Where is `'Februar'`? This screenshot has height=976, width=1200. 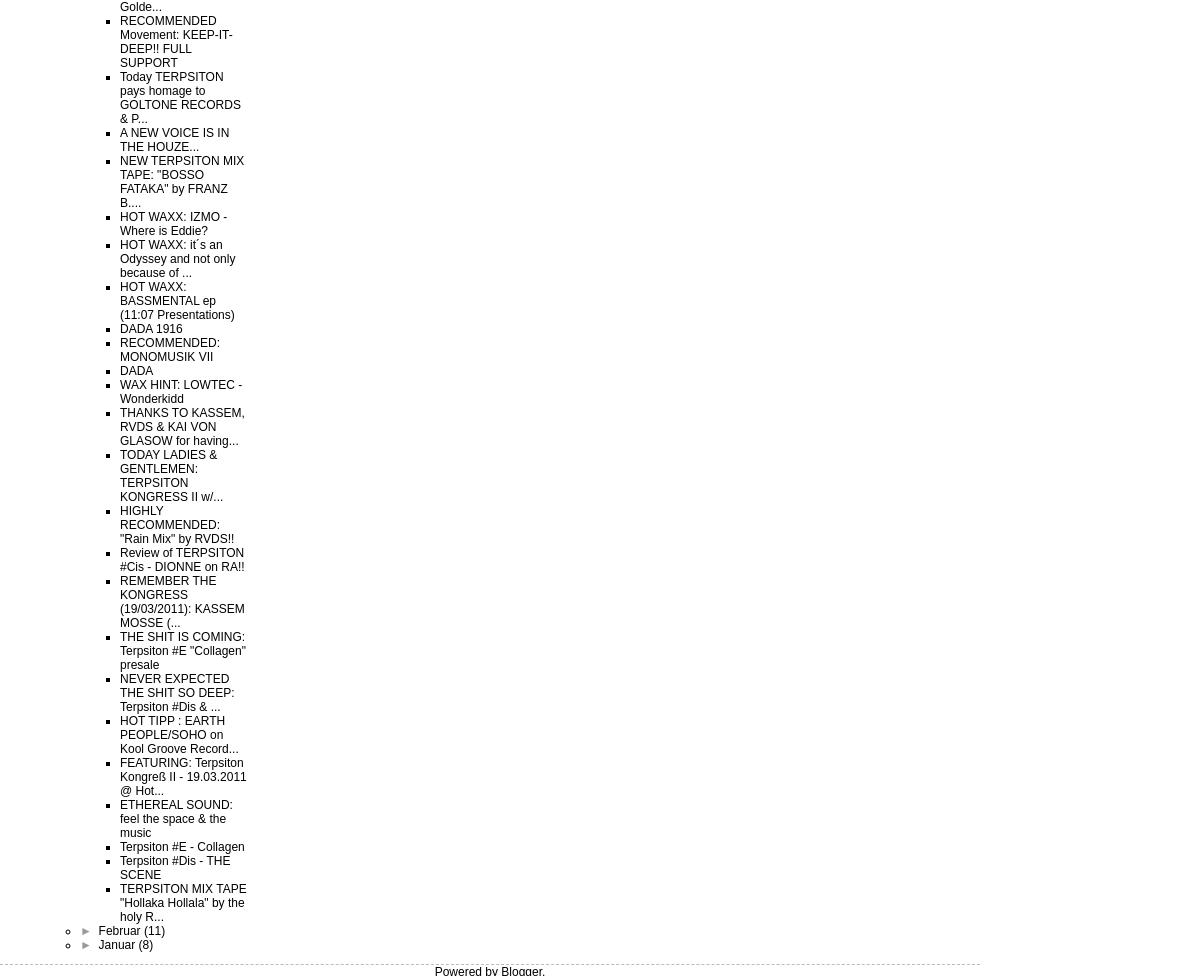 'Februar' is located at coordinates (120, 930).